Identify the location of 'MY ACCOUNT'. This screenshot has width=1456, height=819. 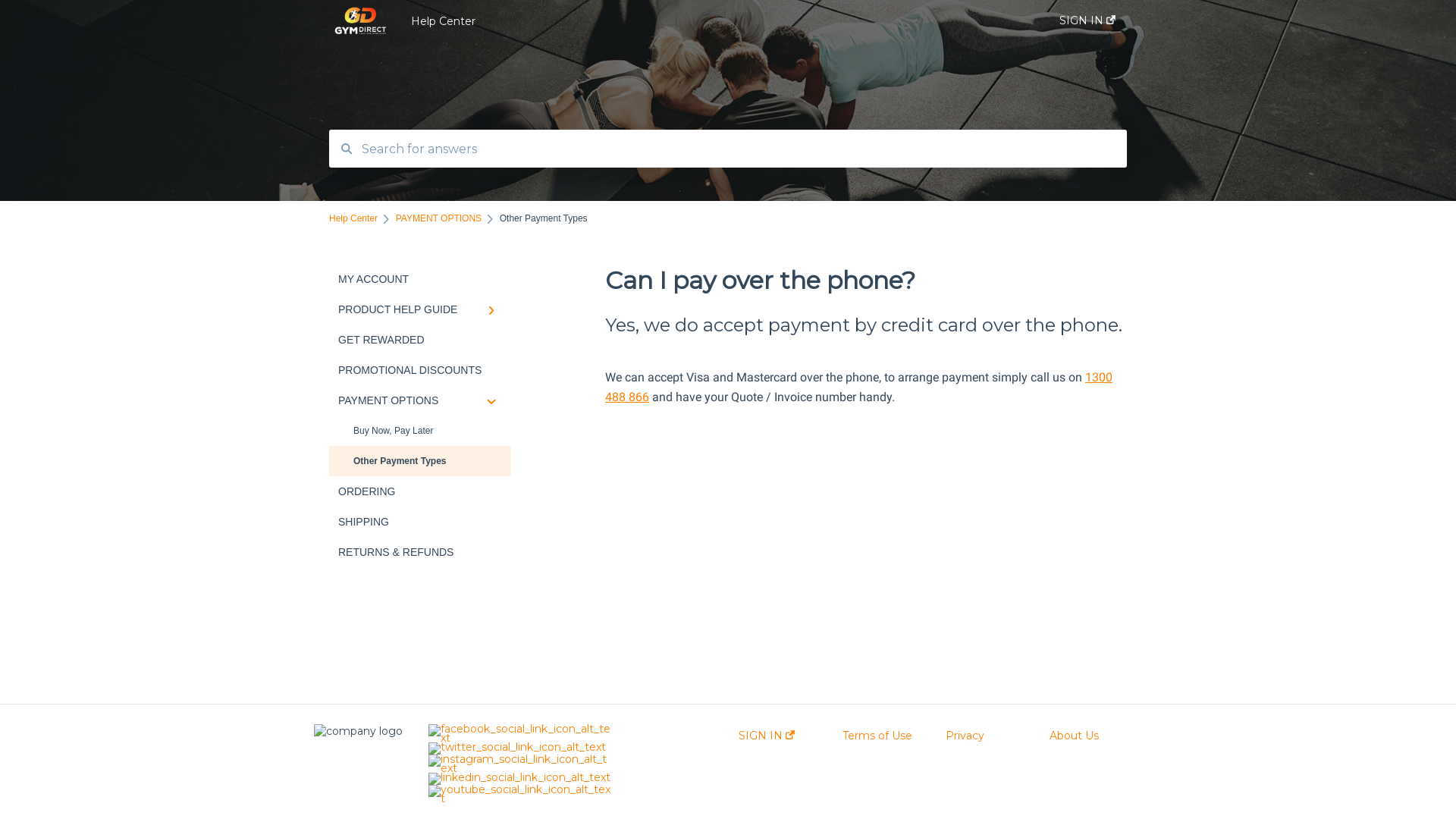
(419, 278).